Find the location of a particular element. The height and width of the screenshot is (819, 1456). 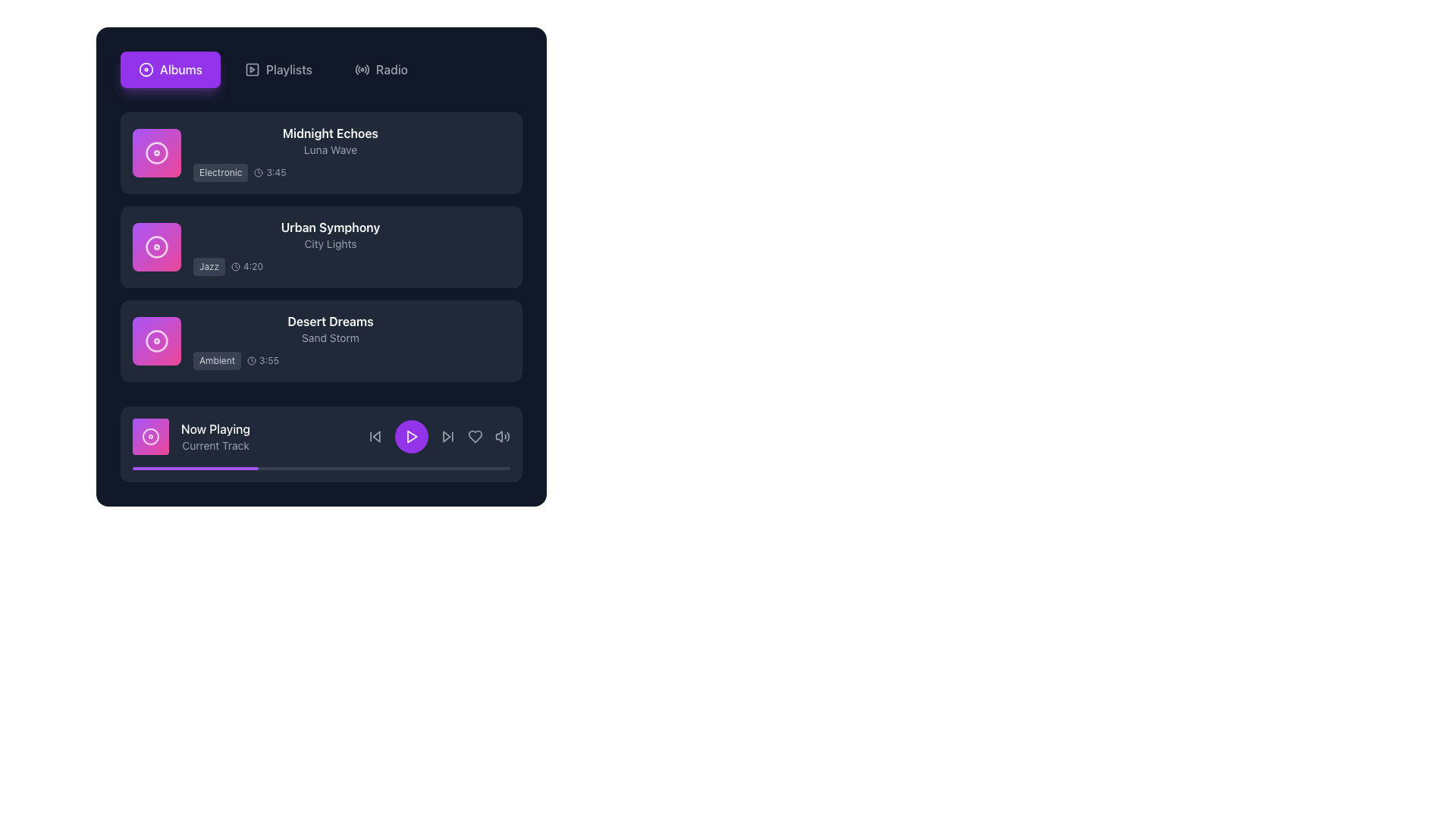

the circular icon element located to the left of the 'Albums' text in the upper navigation bar is located at coordinates (146, 70).